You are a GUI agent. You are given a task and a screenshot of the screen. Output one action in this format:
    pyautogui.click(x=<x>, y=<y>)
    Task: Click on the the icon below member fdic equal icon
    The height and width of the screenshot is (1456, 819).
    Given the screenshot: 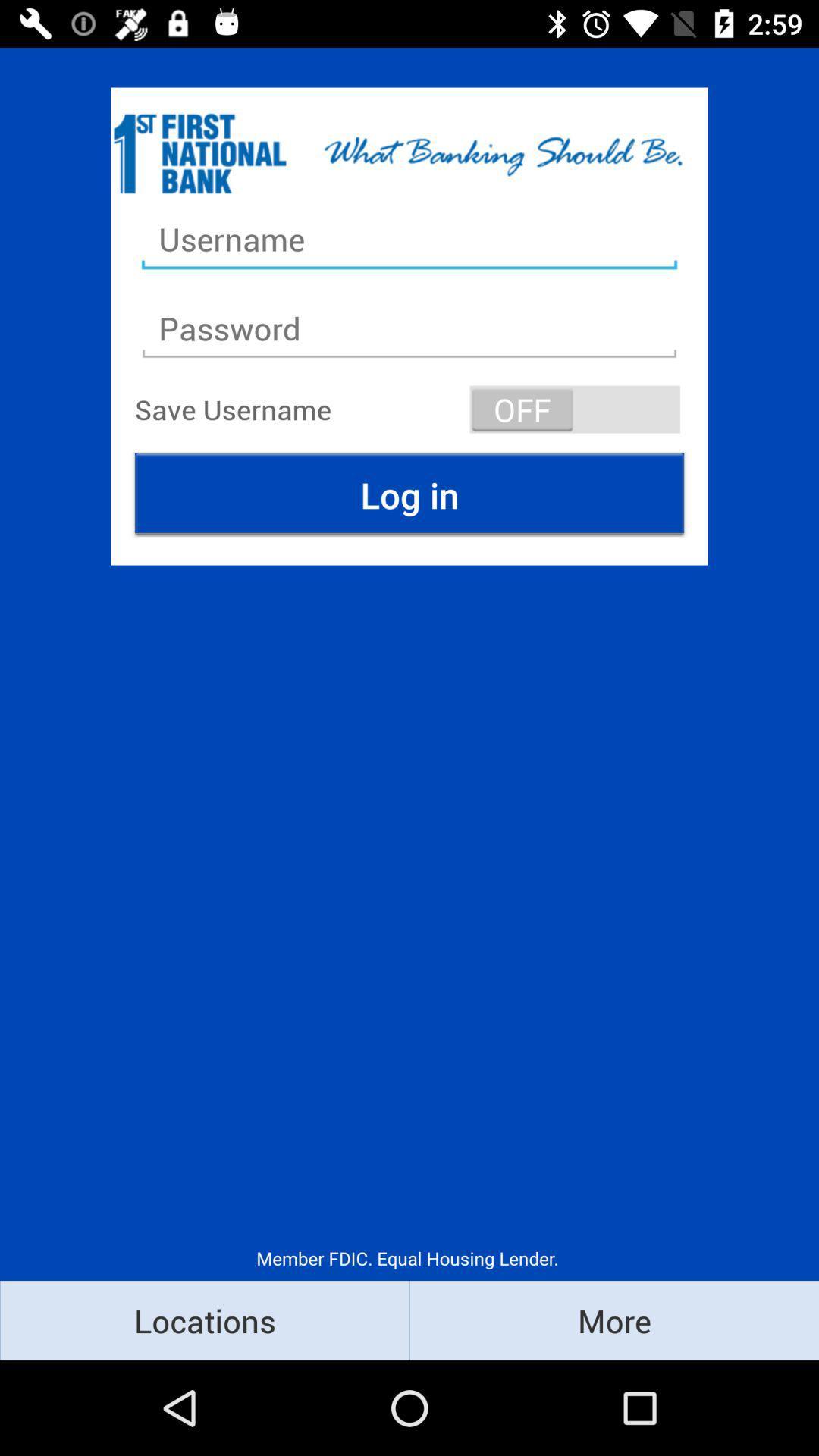 What is the action you would take?
    pyautogui.click(x=205, y=1319)
    